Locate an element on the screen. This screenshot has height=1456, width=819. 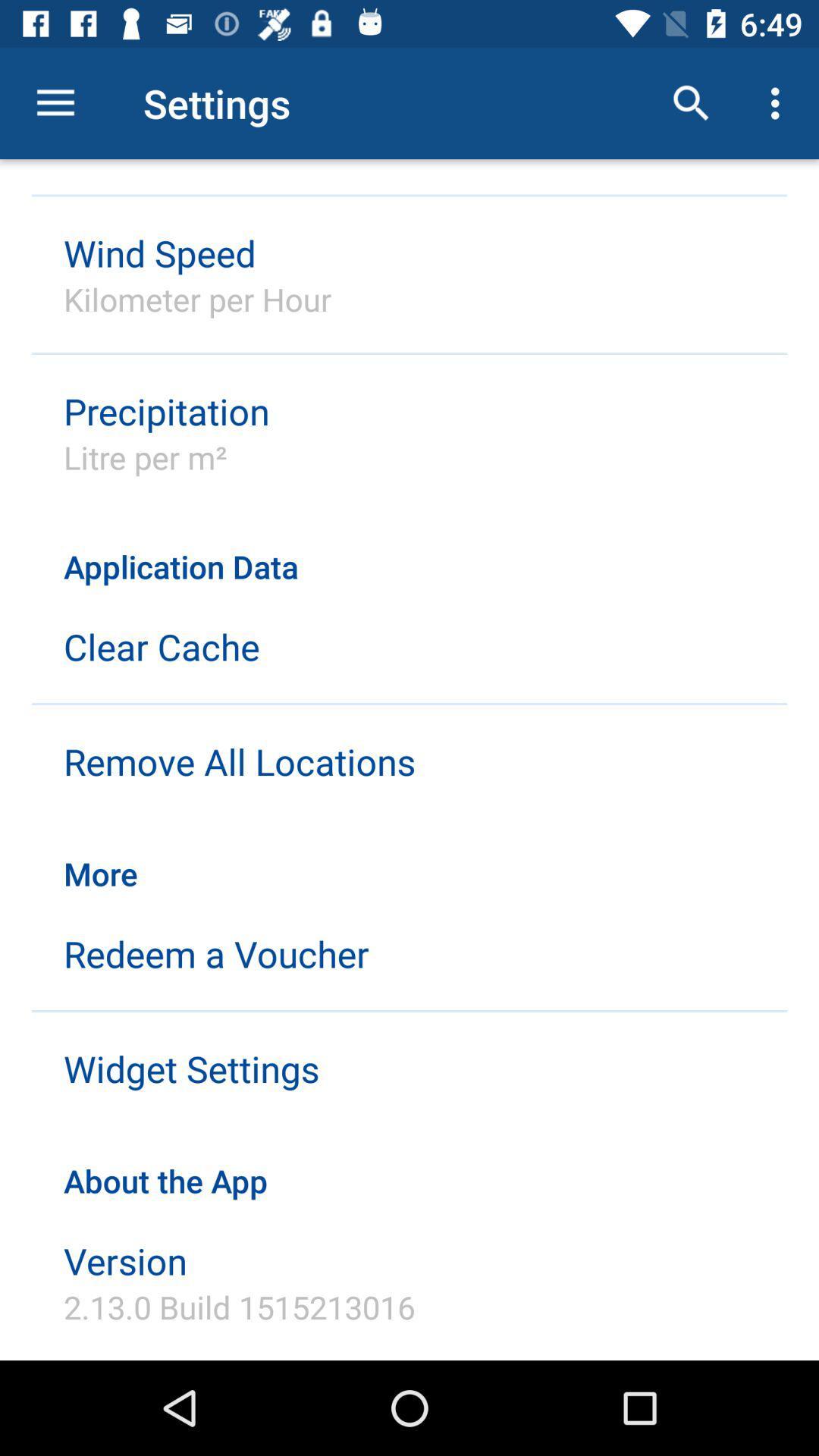
icon below the version icon is located at coordinates (239, 1306).